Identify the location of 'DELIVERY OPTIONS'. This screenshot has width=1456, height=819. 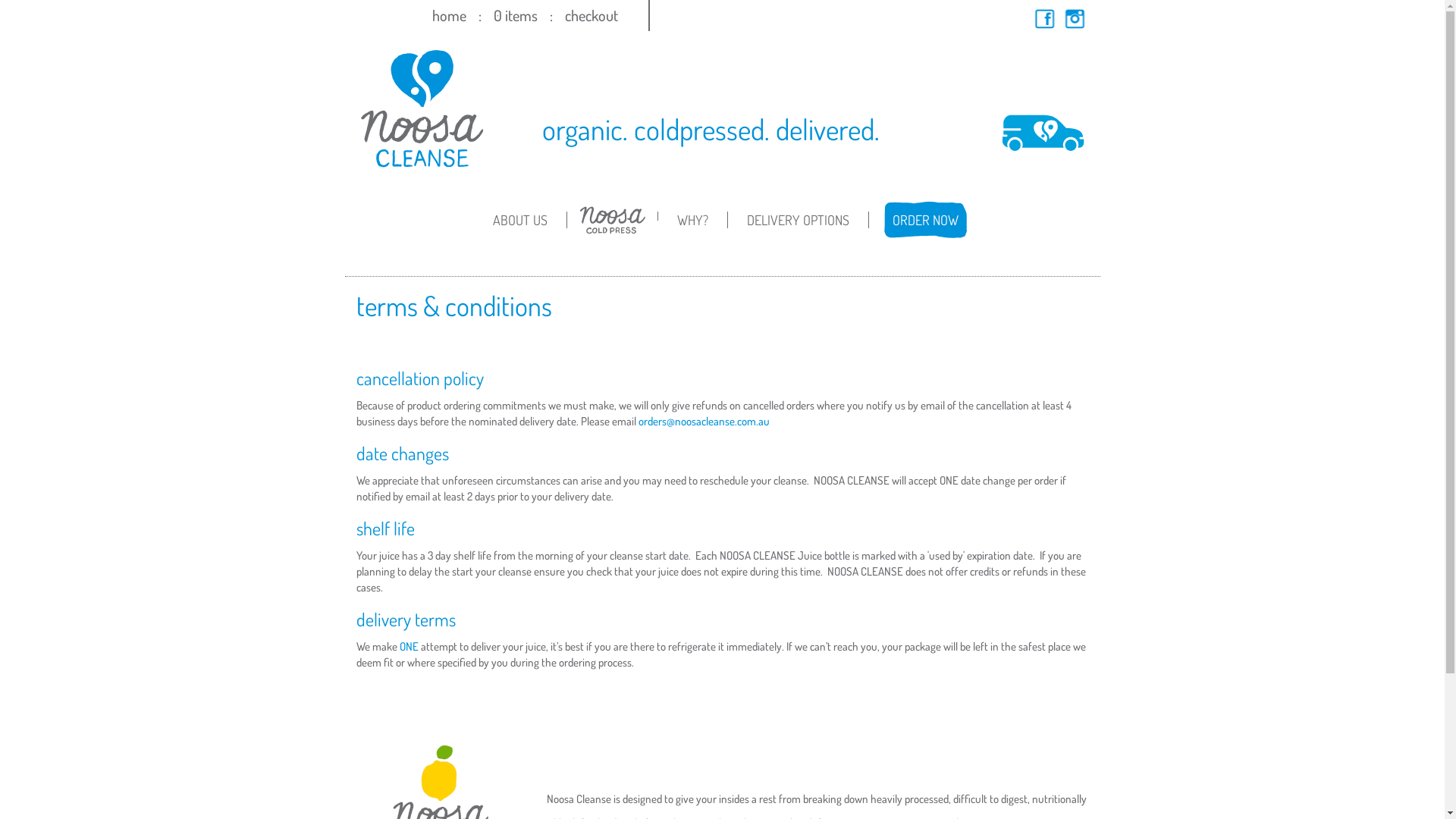
(797, 219).